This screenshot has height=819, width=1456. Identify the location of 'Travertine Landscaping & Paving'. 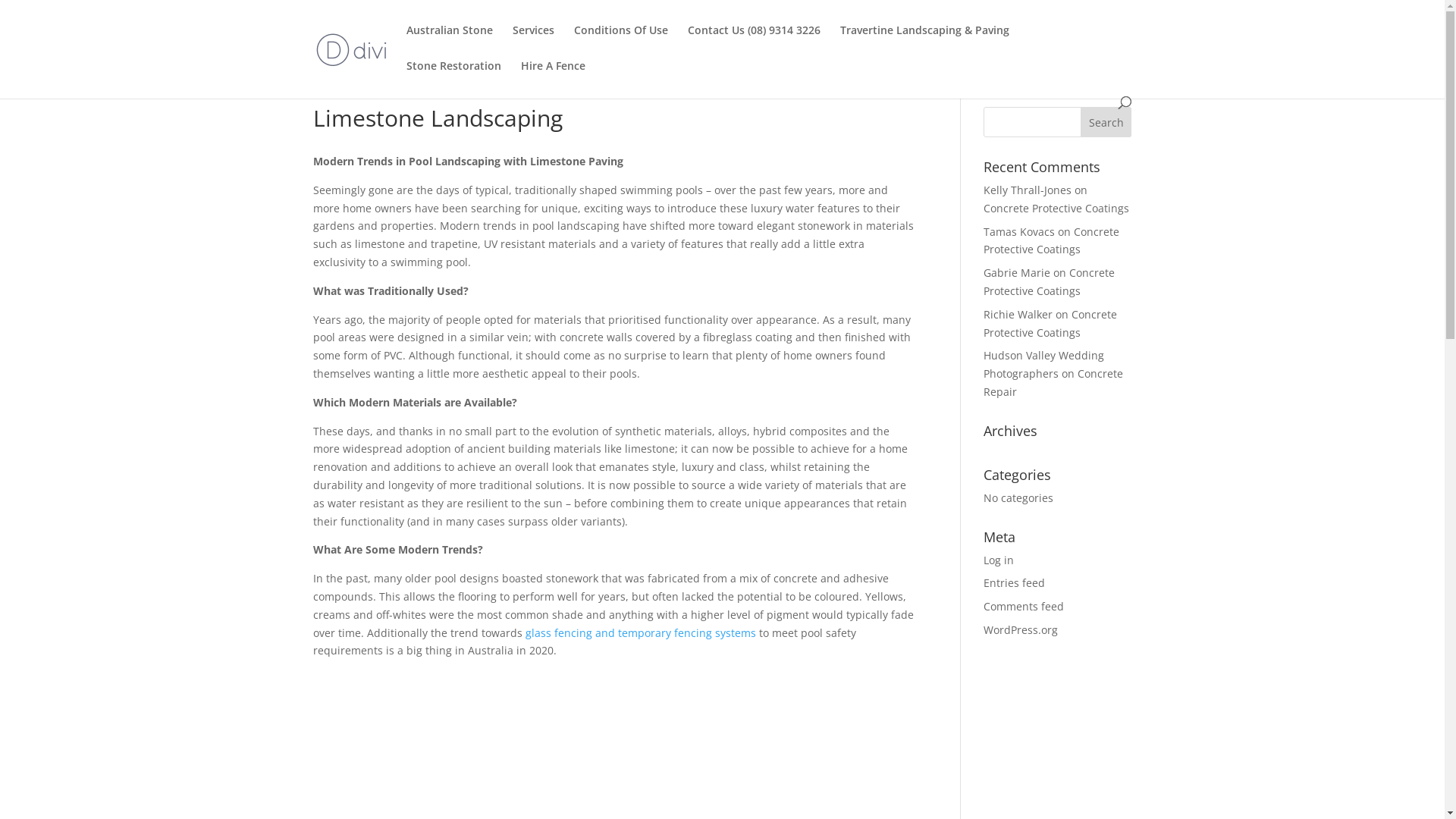
(924, 42).